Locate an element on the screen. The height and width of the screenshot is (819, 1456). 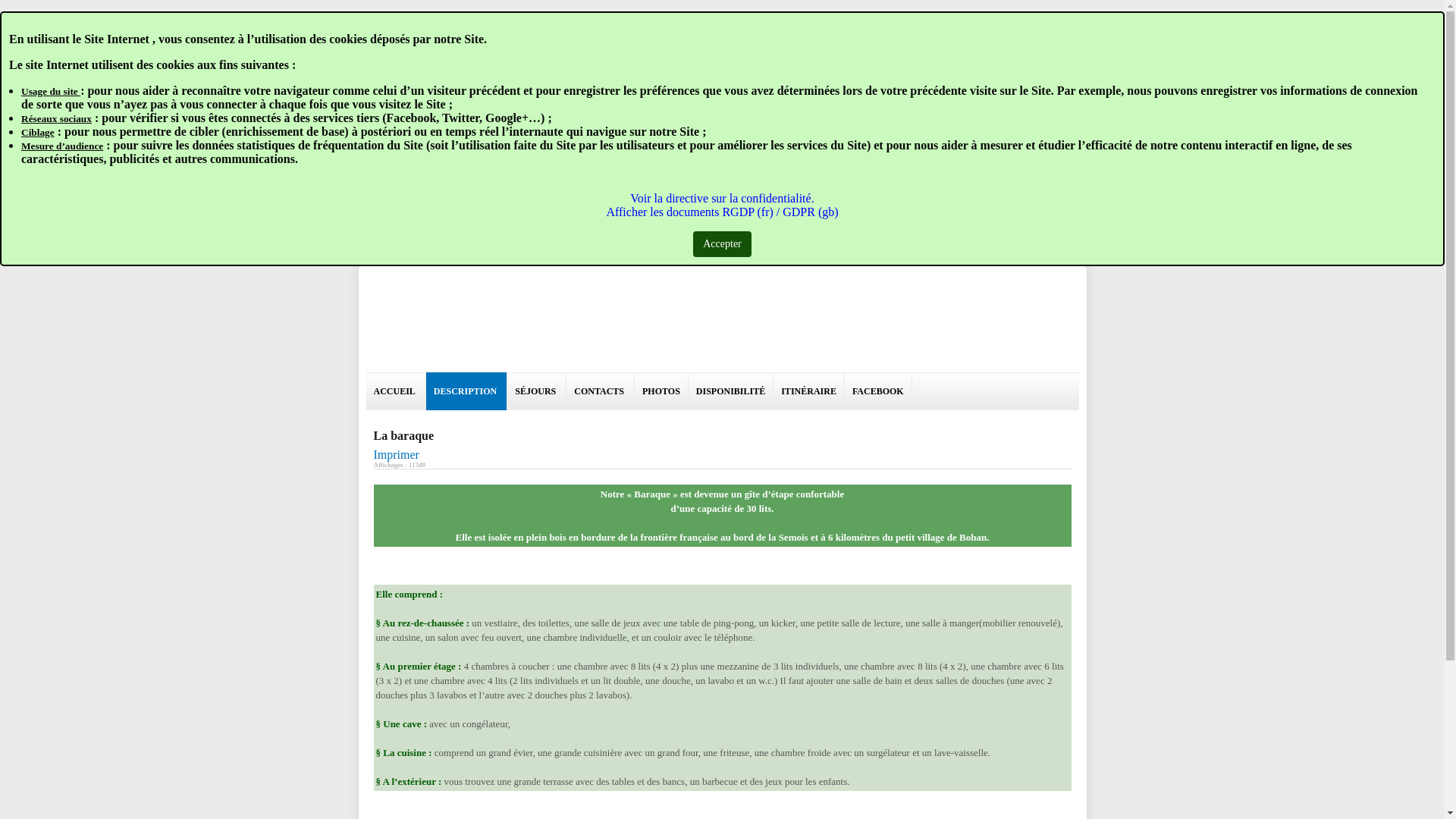
'Afficher les documents RGDP (fr) / GDPR (gb)' is located at coordinates (720, 212).